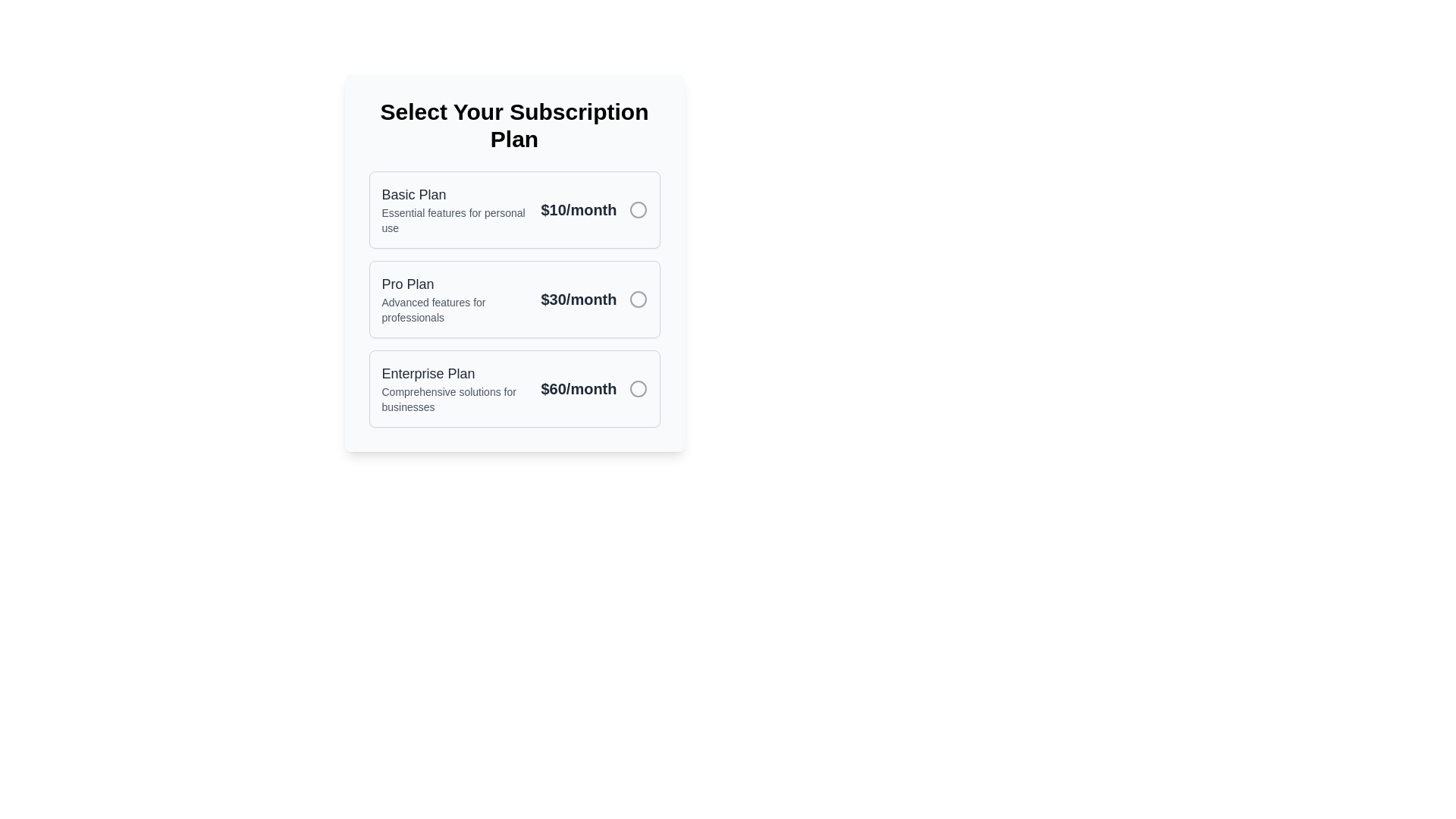 The height and width of the screenshot is (819, 1456). What do you see at coordinates (638, 299) in the screenshot?
I see `the unselected radio button with a gray border` at bounding box center [638, 299].